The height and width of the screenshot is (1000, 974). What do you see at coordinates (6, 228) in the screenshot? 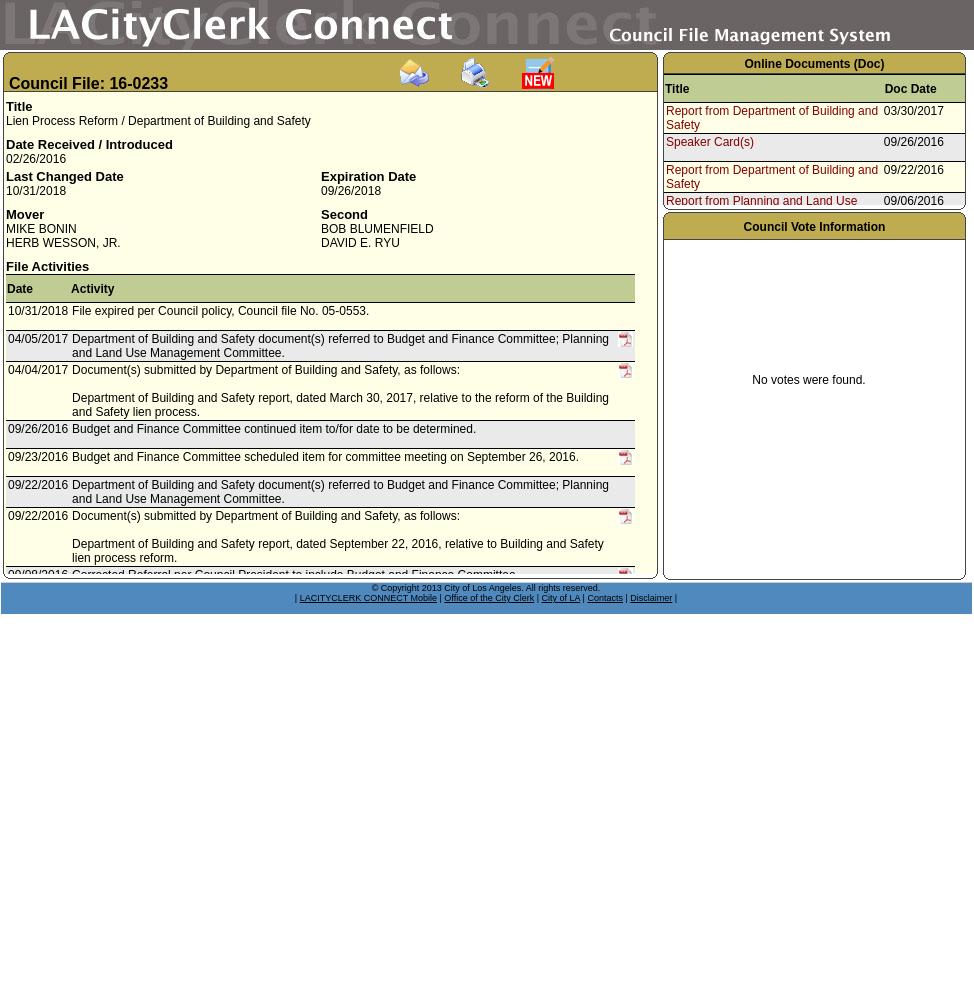
I see `'MIKE BONIN'` at bounding box center [6, 228].